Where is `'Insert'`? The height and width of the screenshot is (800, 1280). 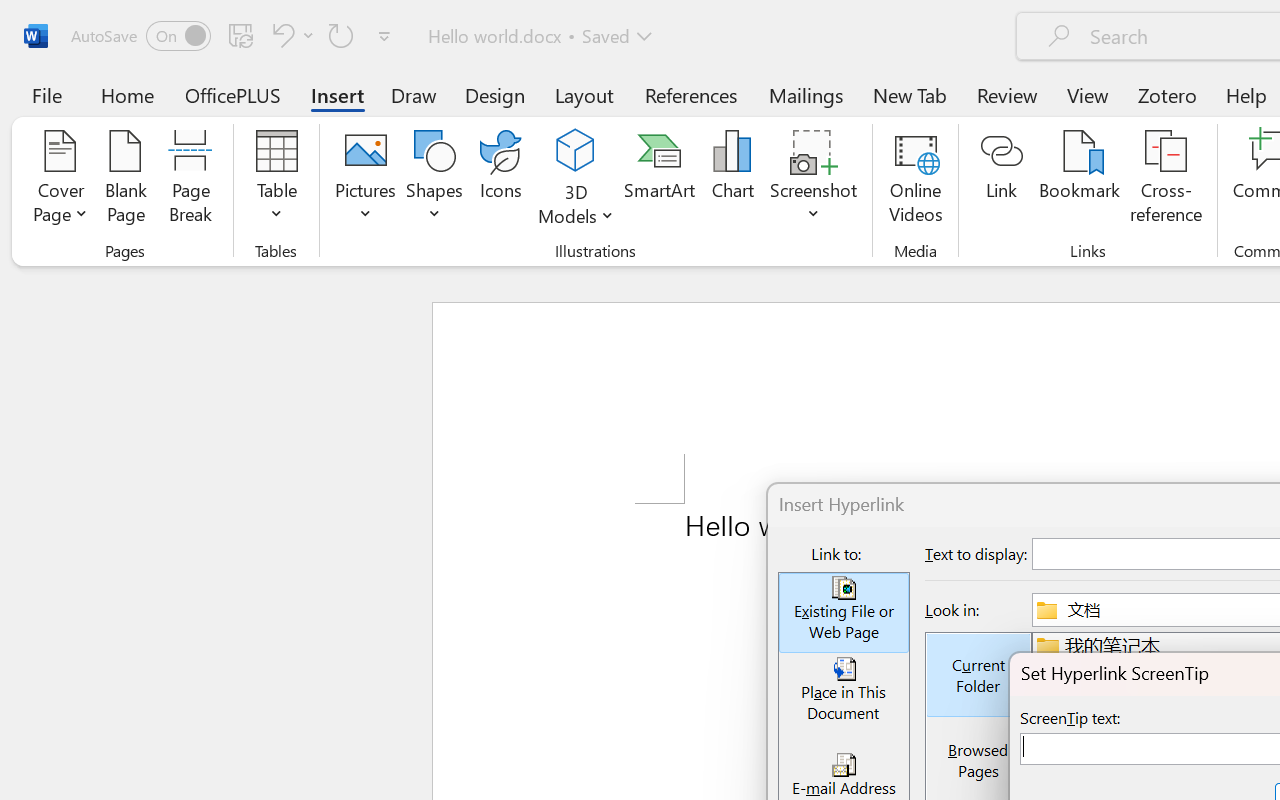 'Insert' is located at coordinates (337, 94).